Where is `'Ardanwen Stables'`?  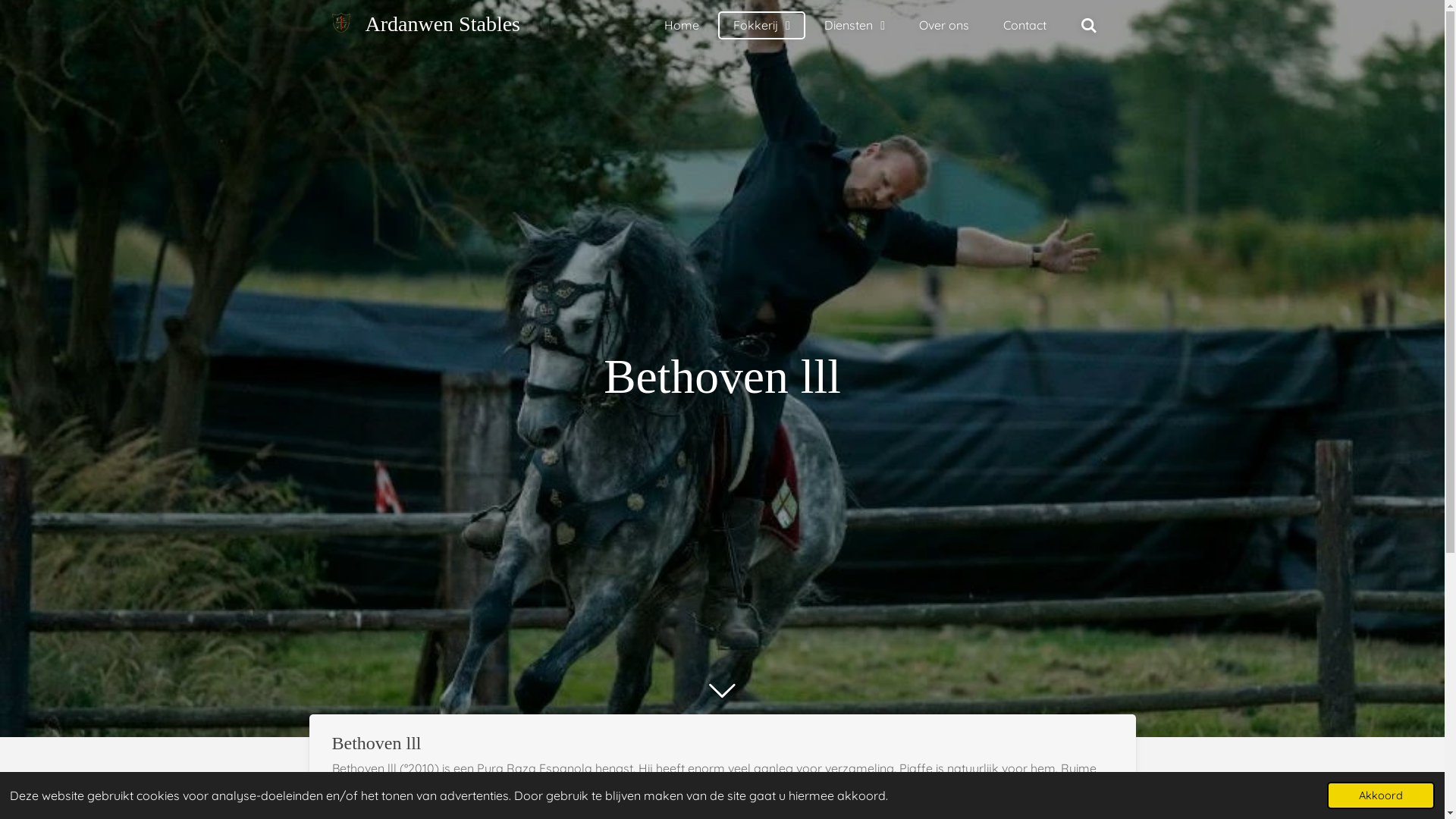
'Ardanwen Stables' is located at coordinates (340, 23).